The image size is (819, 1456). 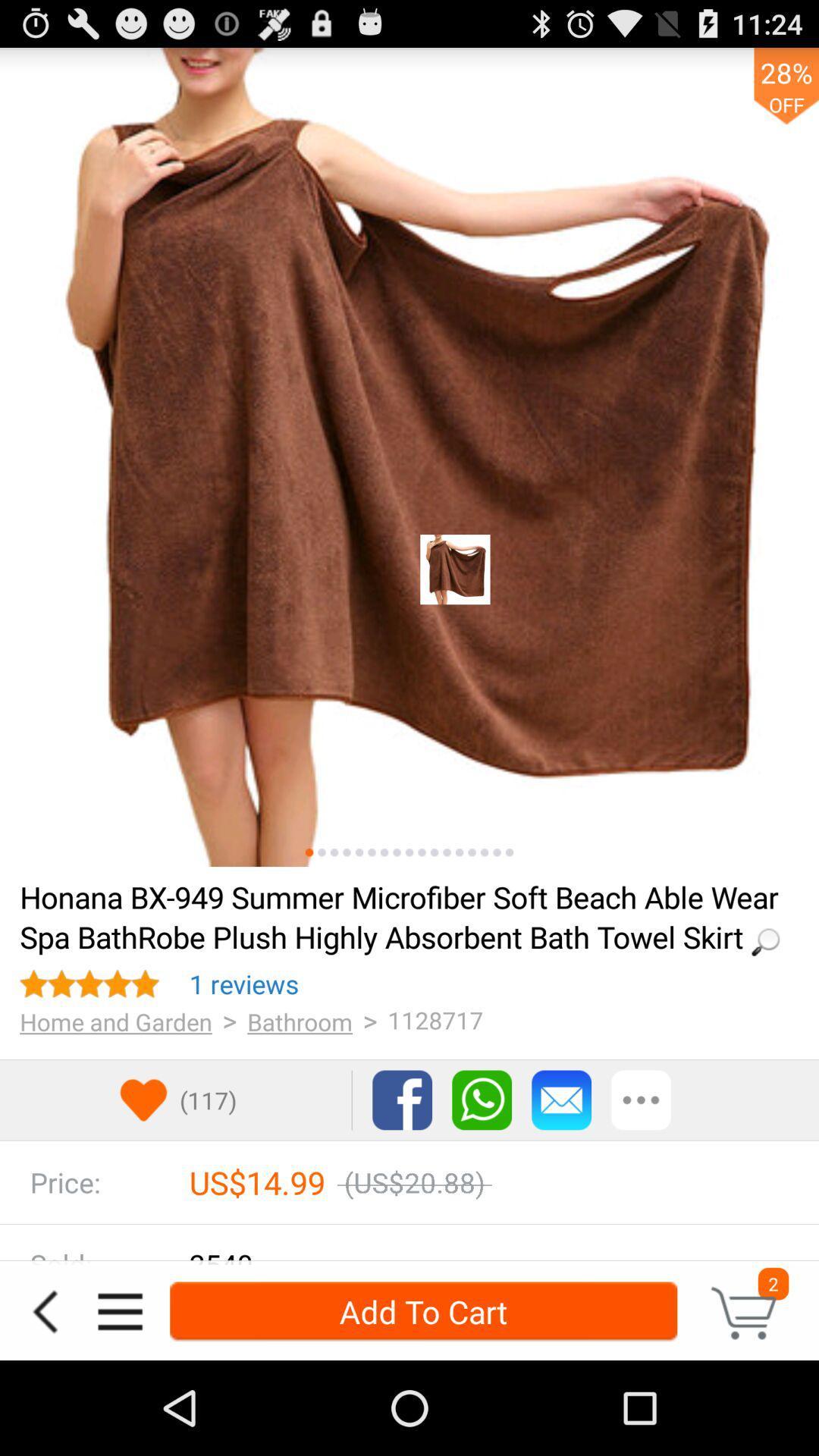 What do you see at coordinates (300, 1021) in the screenshot?
I see `the icon next to > icon` at bounding box center [300, 1021].